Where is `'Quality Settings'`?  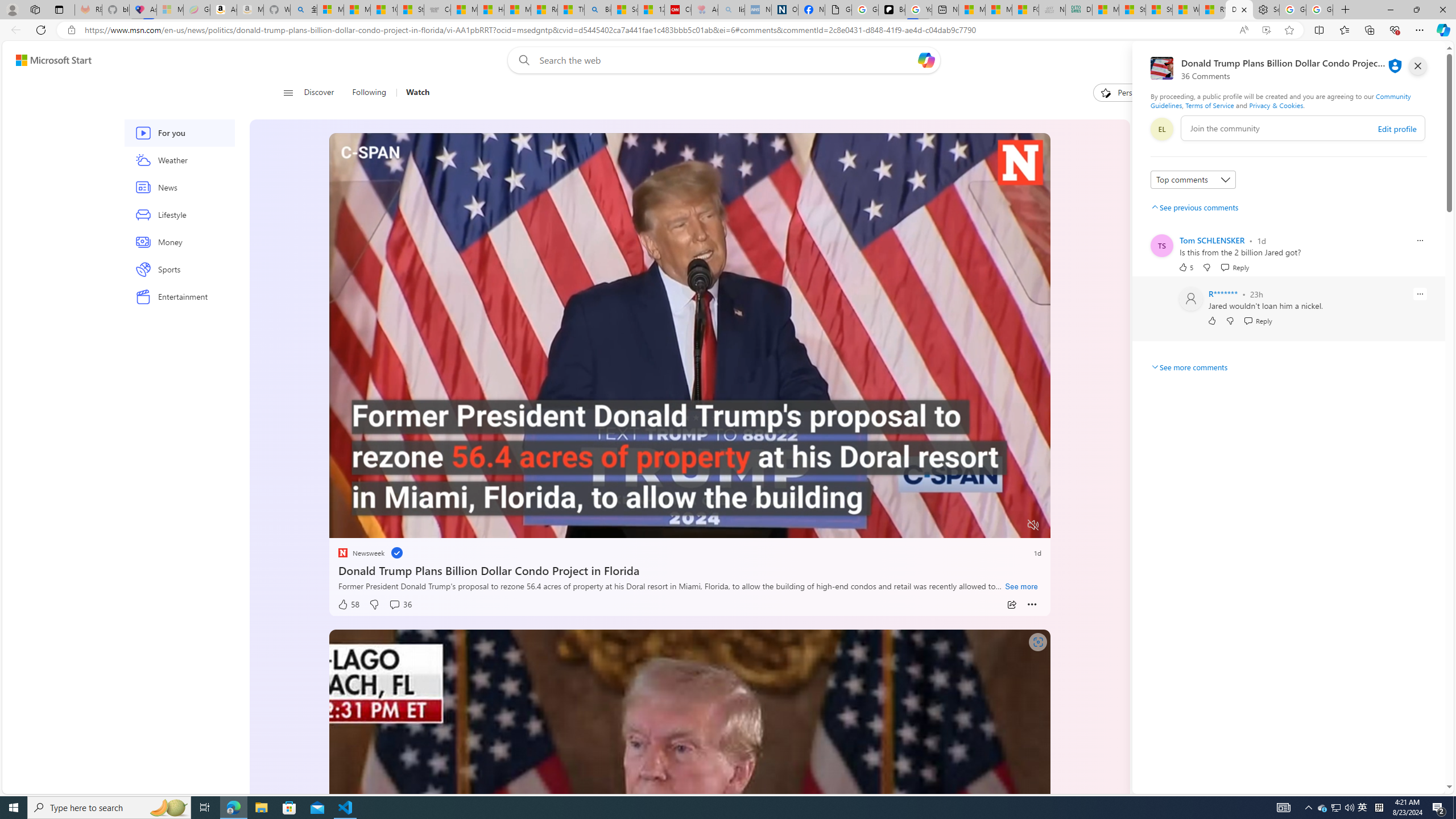 'Quality Settings' is located at coordinates (965, 525).